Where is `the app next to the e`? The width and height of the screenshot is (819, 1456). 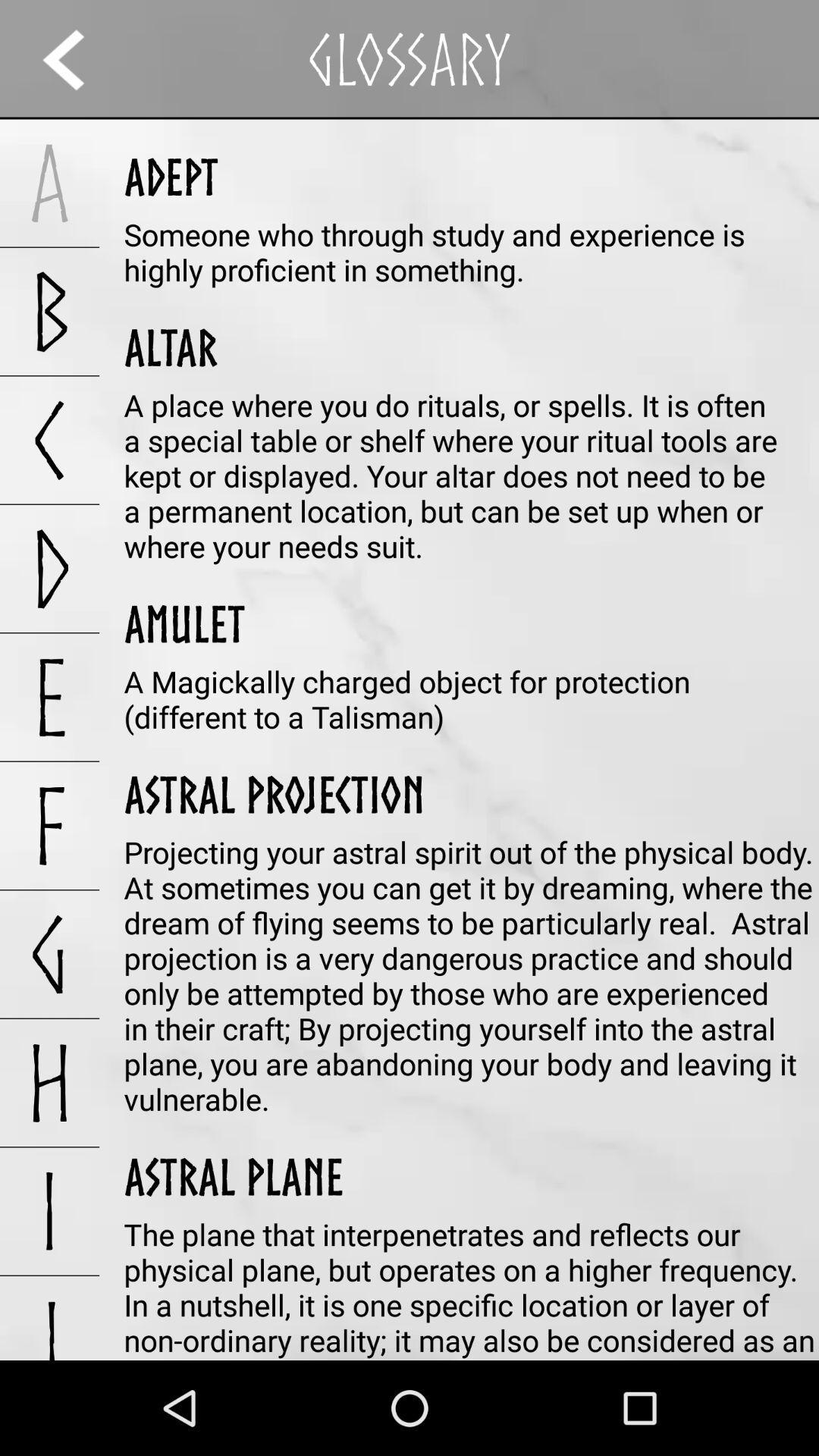
the app next to the e is located at coordinates (274, 793).